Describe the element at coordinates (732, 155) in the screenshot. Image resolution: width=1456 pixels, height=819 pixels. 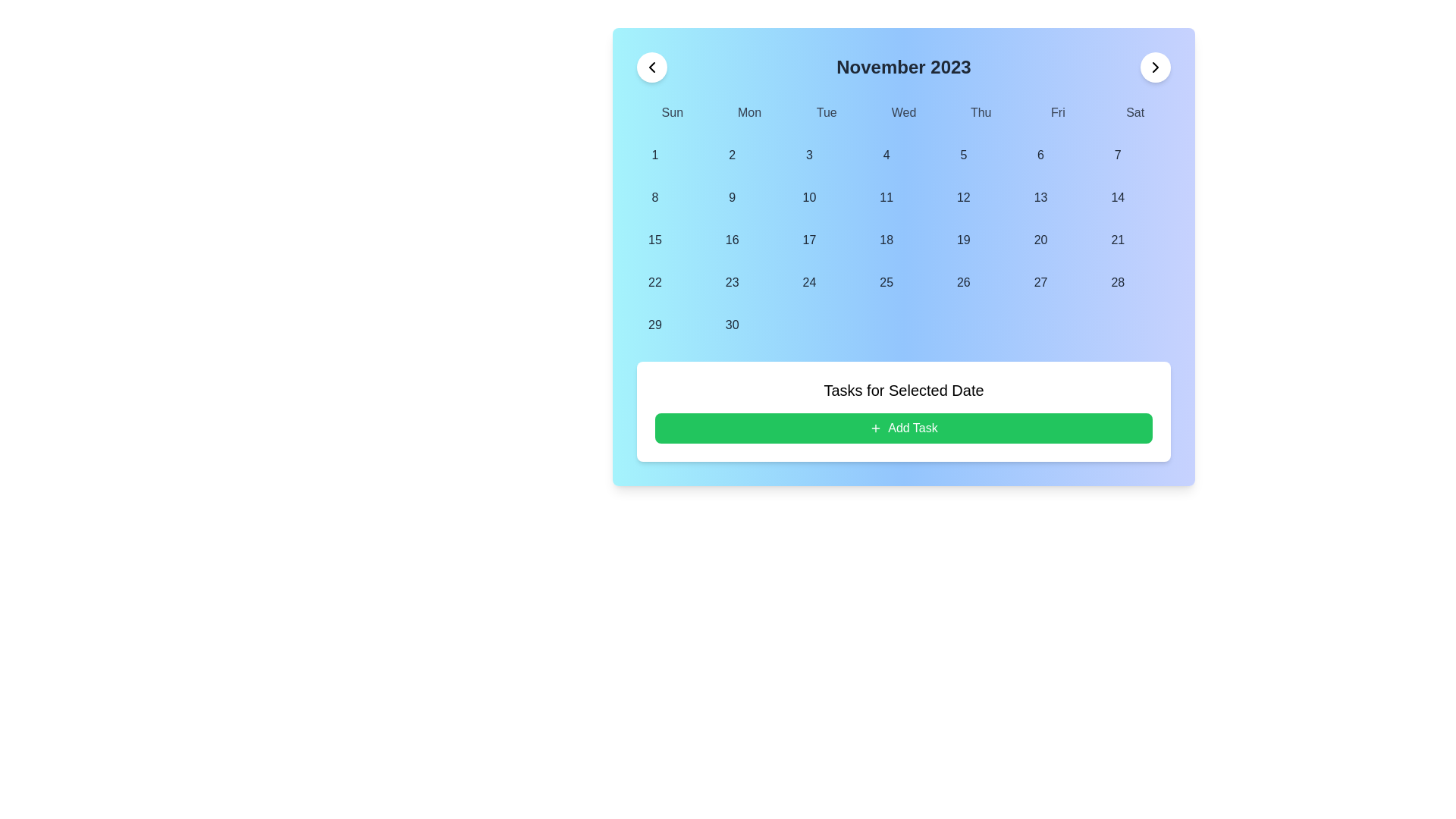
I see `the clickable calendar date button labeled '2'` at that location.